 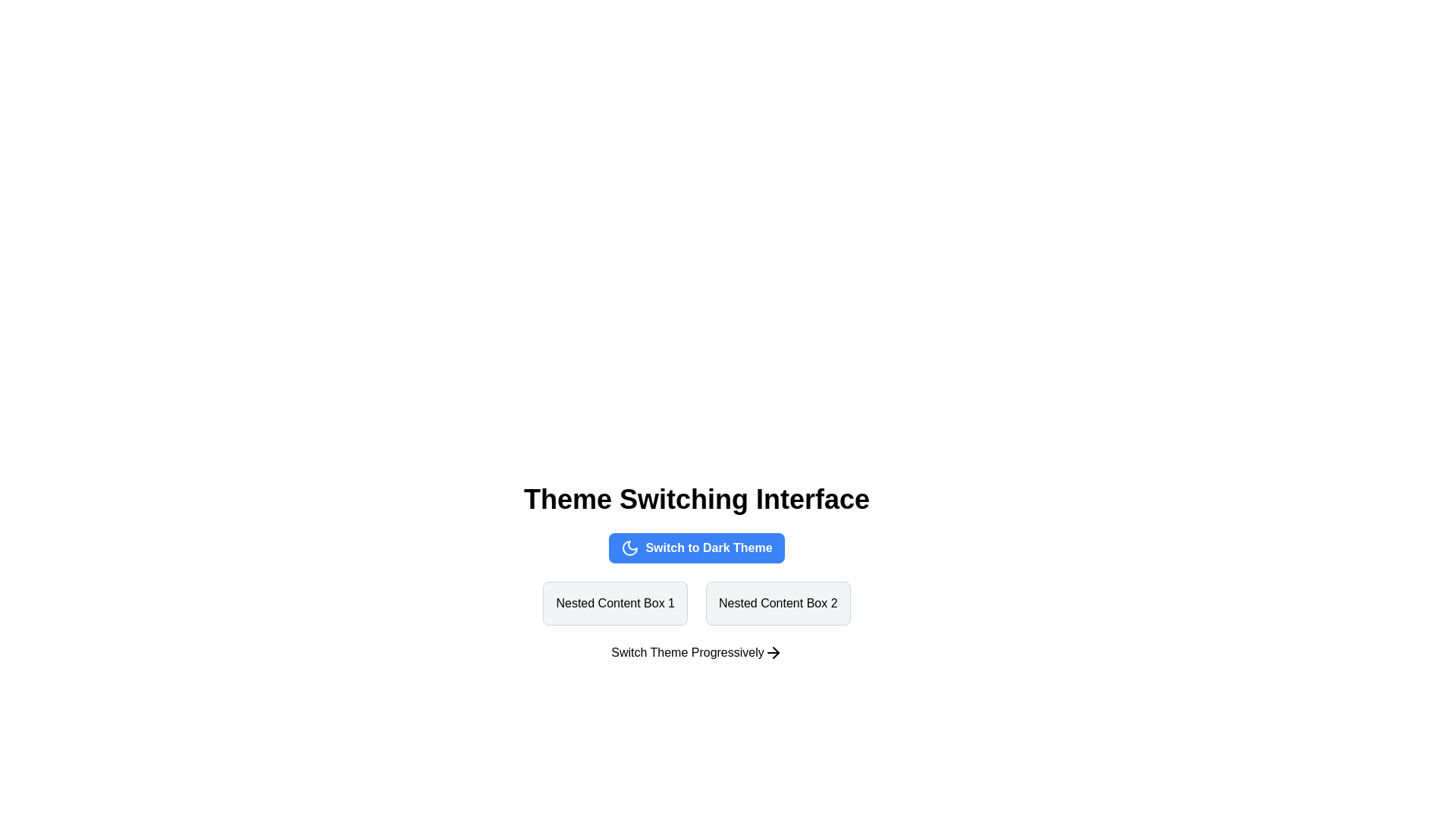 I want to click on the crescent moon icon located at the center-left of the 'Switch to Dark Theme' button, so click(x=630, y=548).